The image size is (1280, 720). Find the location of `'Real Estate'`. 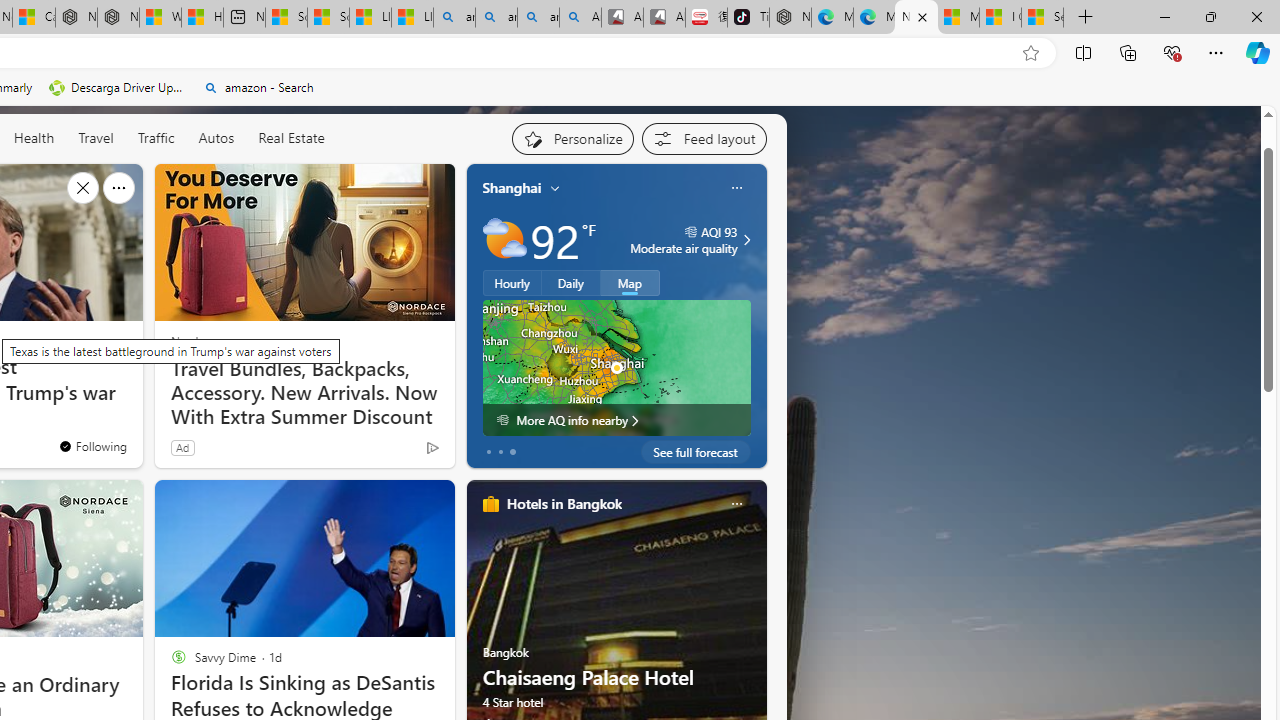

'Real Estate' is located at coordinates (290, 136).